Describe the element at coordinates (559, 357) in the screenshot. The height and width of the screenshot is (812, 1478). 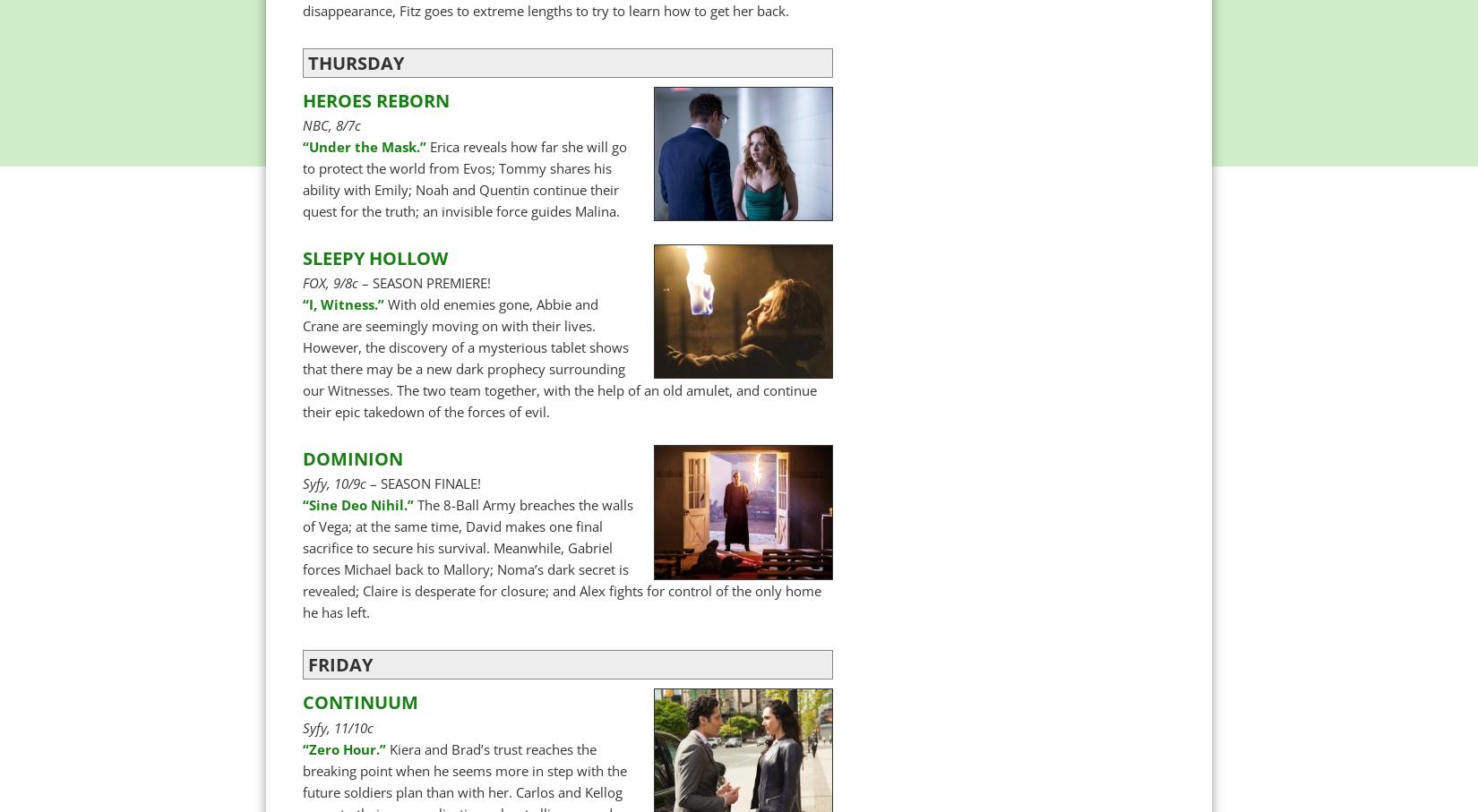
I see `'With old enemies gone, Abbie and Crane are seemingly moving on with their lives. However, the discovery of a mysterious tablet shows that there may be a new dark prophecy surrounding our Witnesses. The two team together, with the help of an old amulet, and continue their epic takedown of the forces of evil.'` at that location.